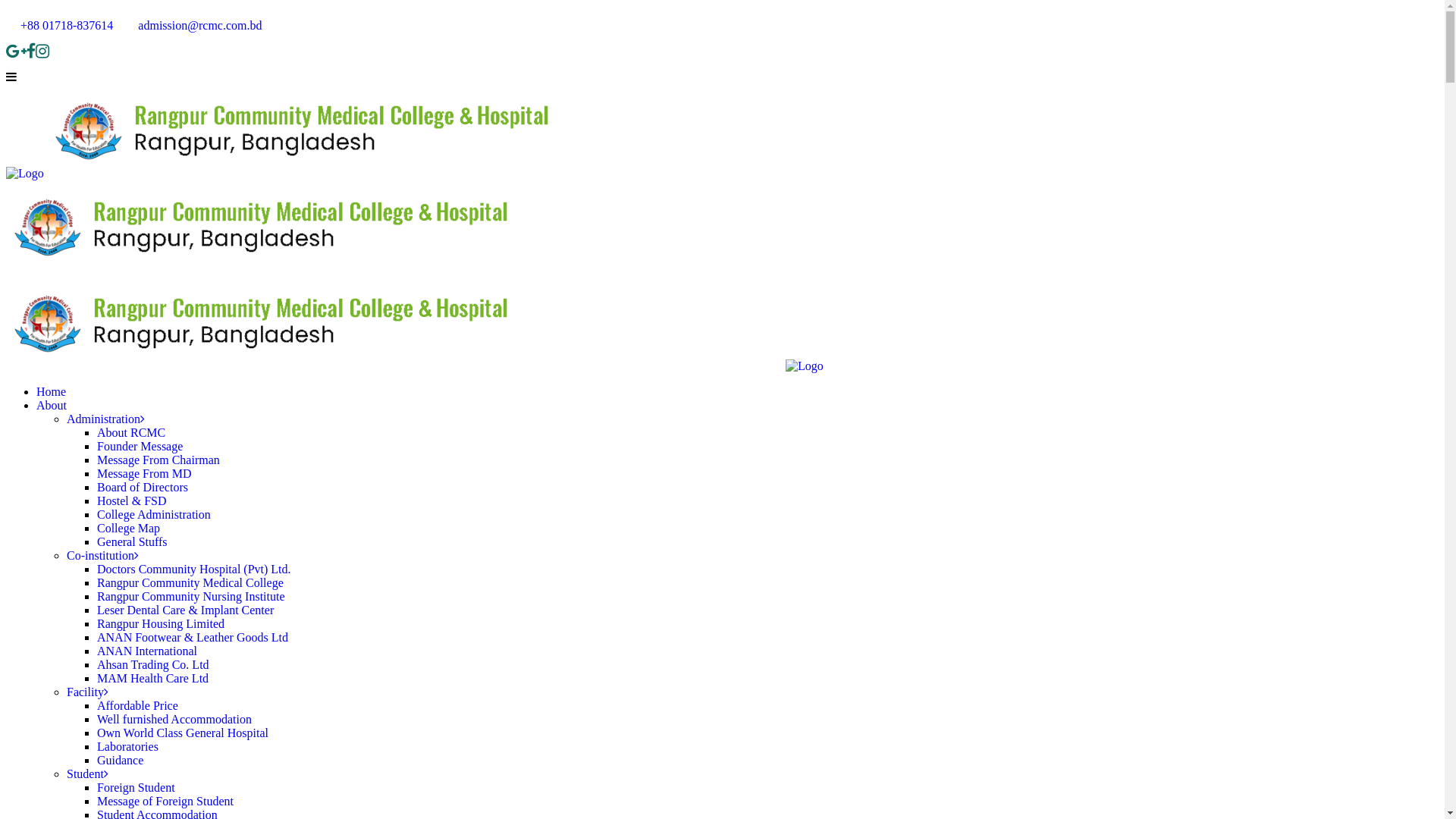  I want to click on 'College Administration', so click(153, 513).